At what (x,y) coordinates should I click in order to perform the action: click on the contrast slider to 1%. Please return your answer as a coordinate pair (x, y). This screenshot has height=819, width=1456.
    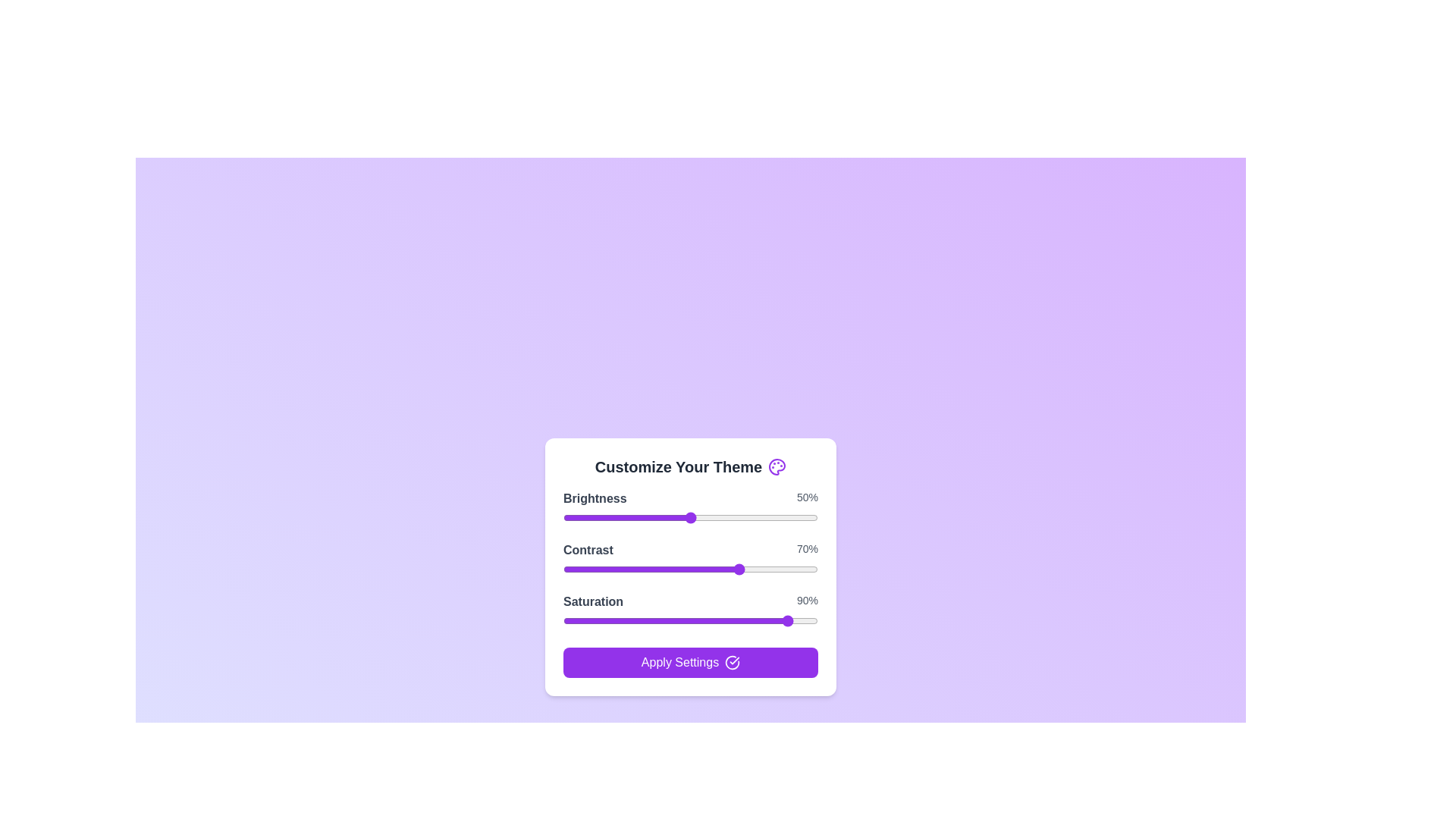
    Looking at the image, I should click on (565, 570).